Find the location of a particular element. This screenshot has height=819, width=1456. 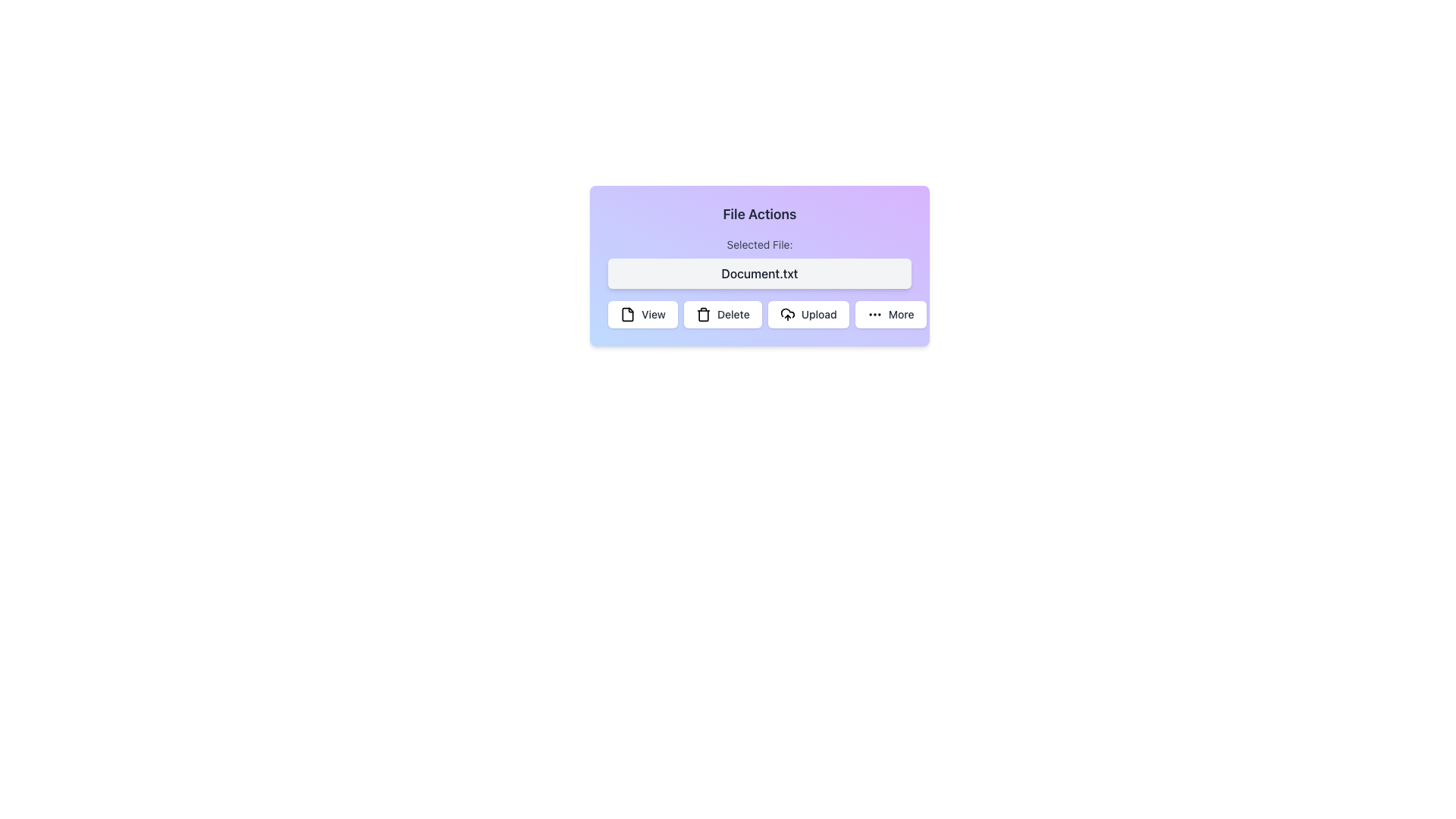

the first button in the horizontal group of four buttons, located below the text input field is located at coordinates (643, 314).